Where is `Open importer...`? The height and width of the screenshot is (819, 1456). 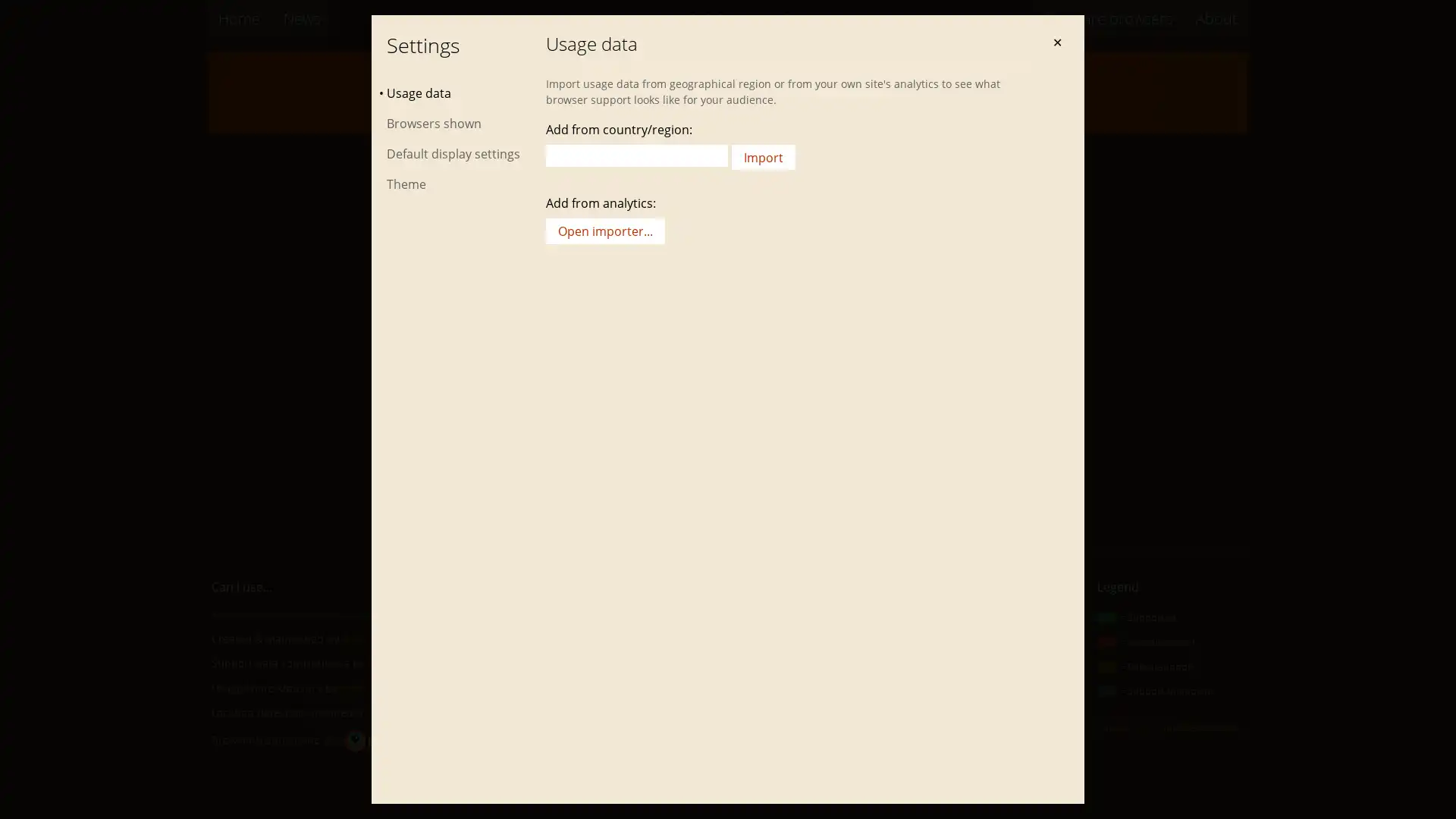 Open importer... is located at coordinates (604, 231).